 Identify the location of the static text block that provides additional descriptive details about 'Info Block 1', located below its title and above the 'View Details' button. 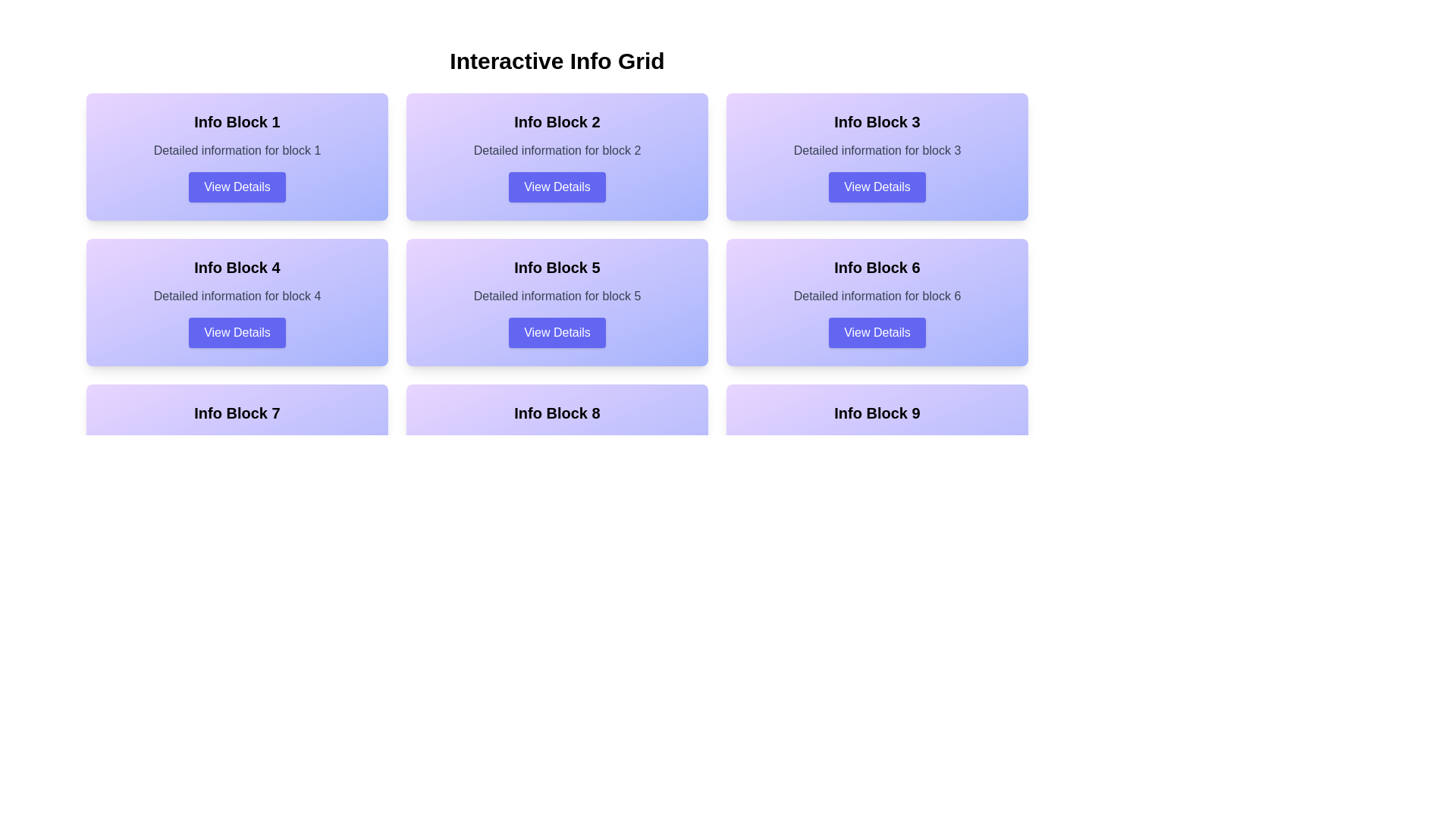
(236, 151).